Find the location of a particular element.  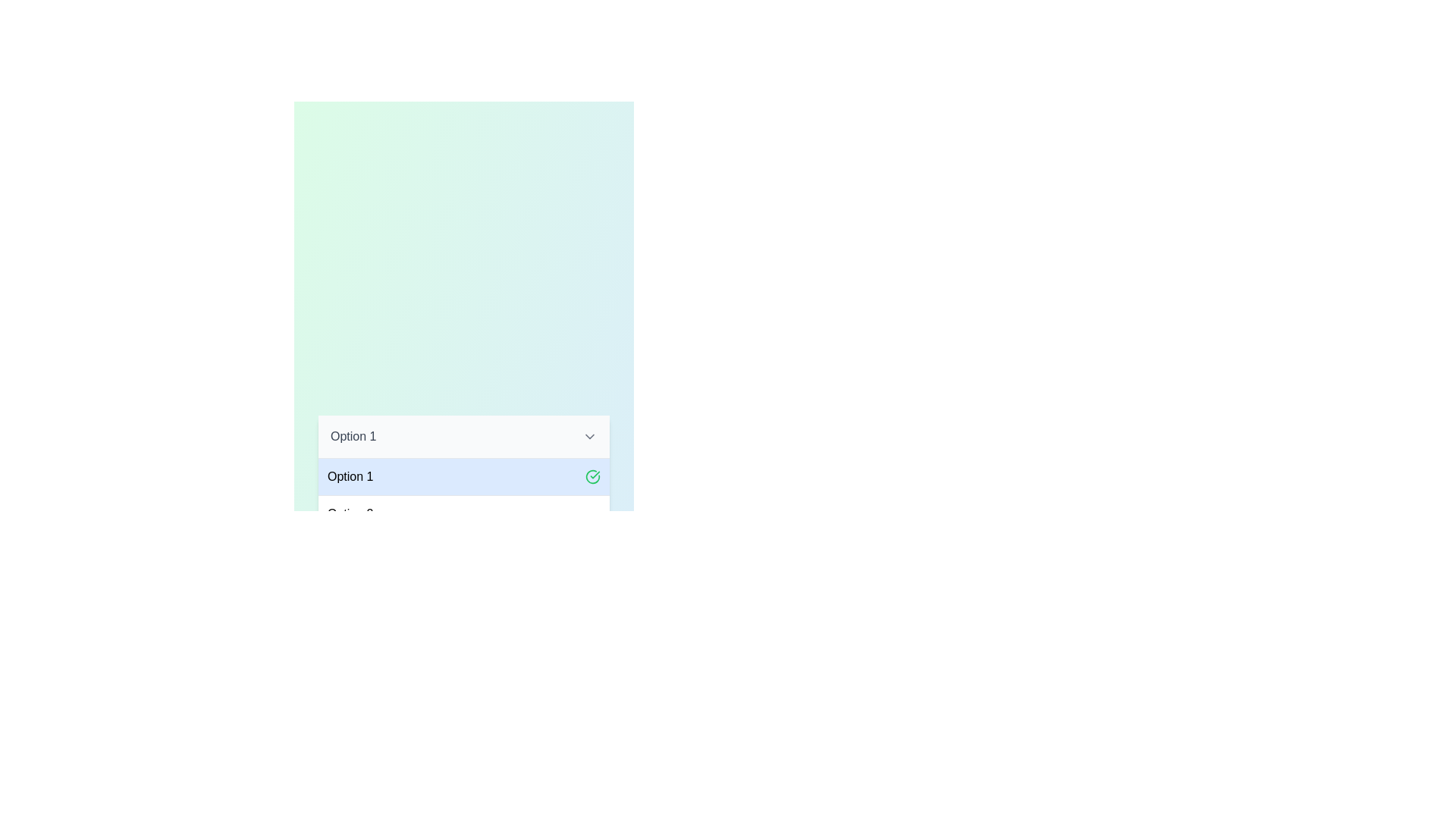

the dropdown option Option 1 is located at coordinates (463, 475).